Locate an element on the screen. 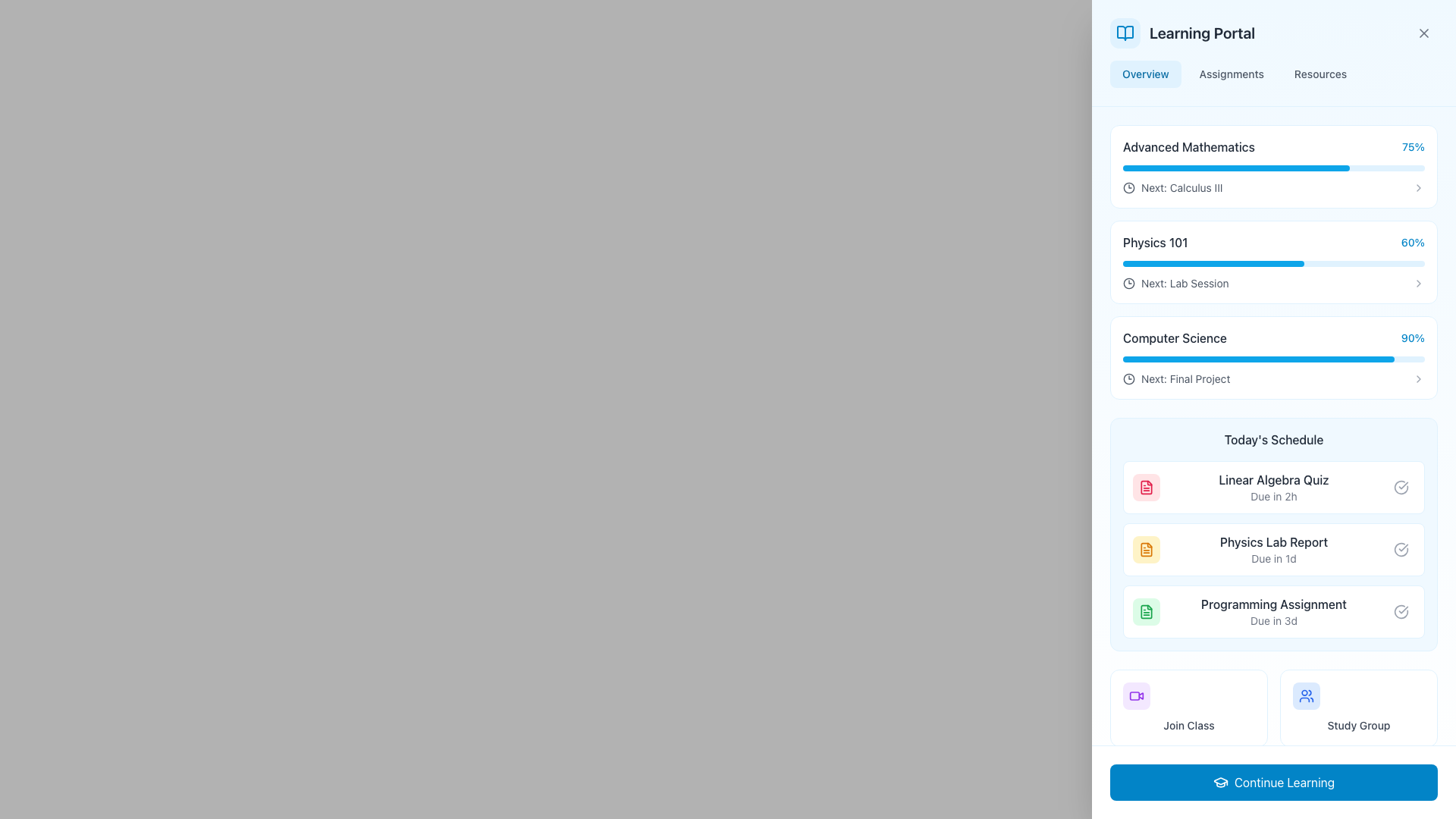 This screenshot has height=819, width=1456. the 'Linear Algebra Quiz' informational card is located at coordinates (1274, 488).